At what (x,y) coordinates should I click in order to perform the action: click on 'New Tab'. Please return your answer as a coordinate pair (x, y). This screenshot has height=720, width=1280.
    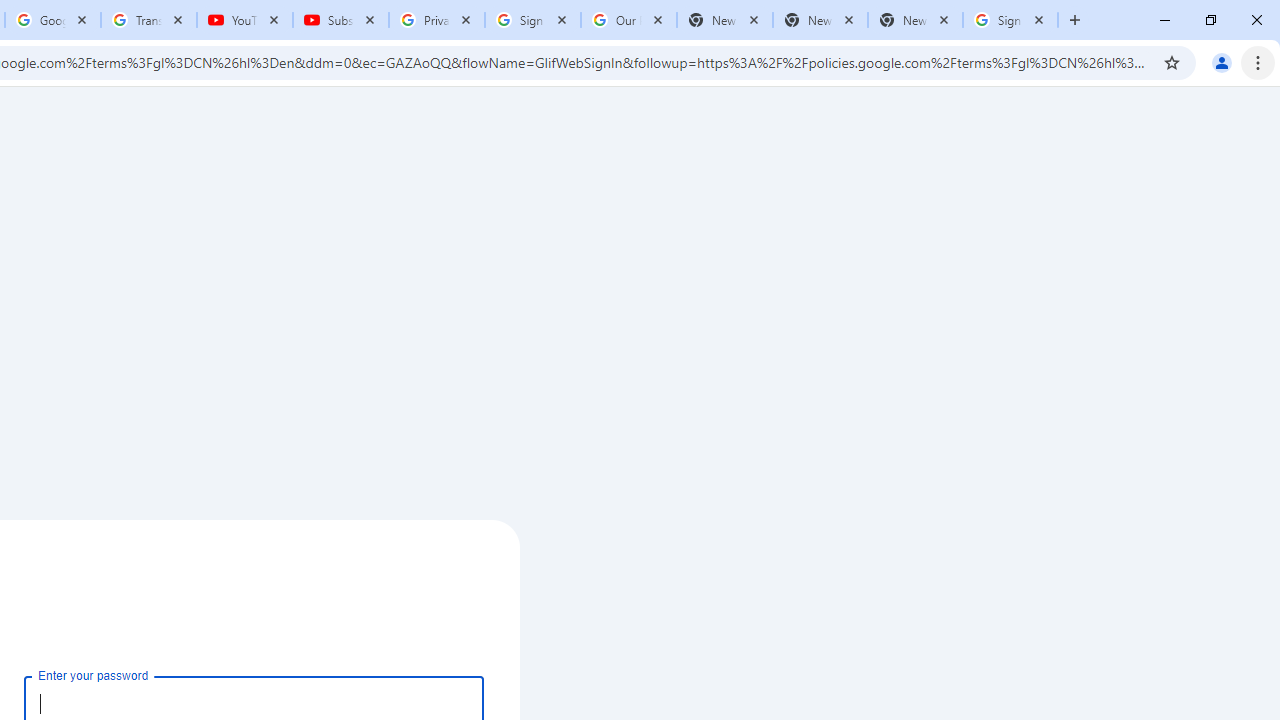
    Looking at the image, I should click on (914, 20).